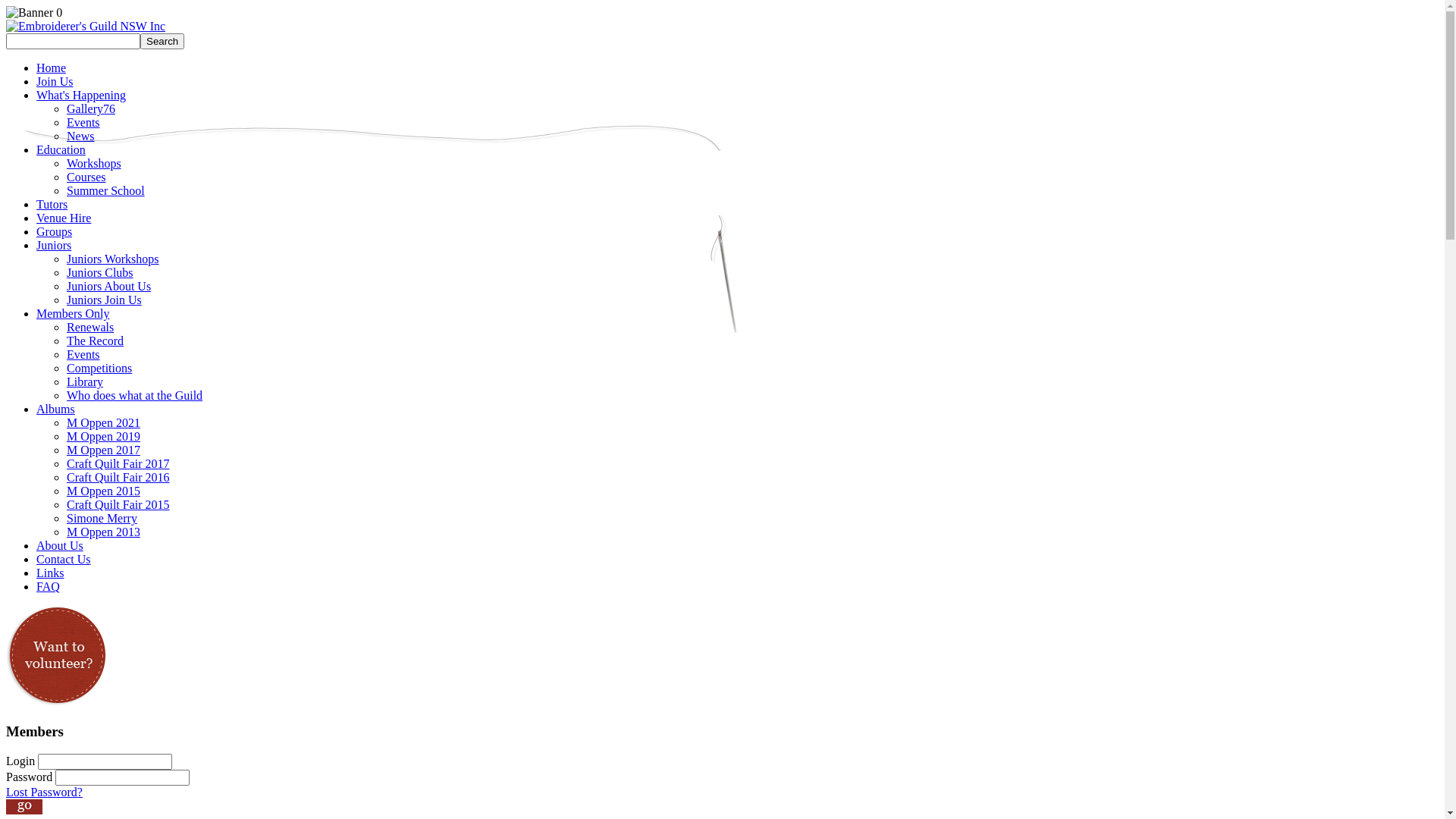 This screenshot has width=1456, height=819. What do you see at coordinates (80, 95) in the screenshot?
I see `'What's Happening'` at bounding box center [80, 95].